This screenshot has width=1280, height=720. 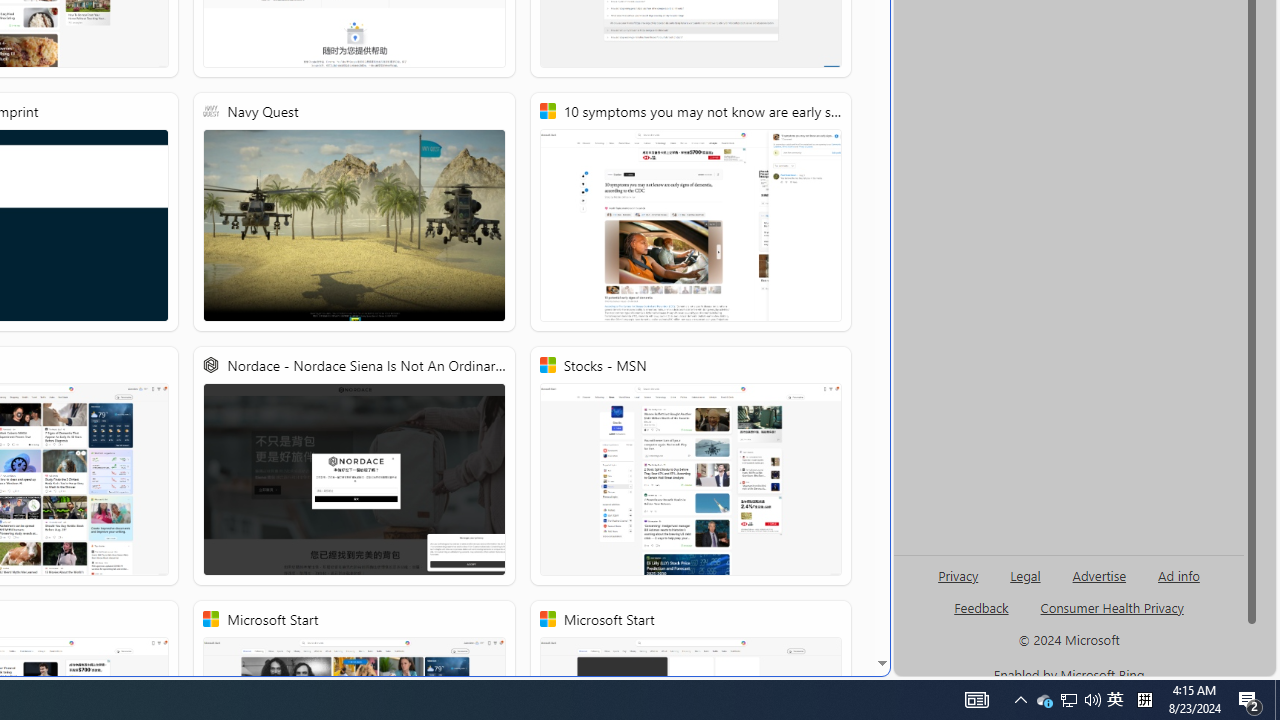 What do you see at coordinates (981, 606) in the screenshot?
I see `'AutomationID: sb_feedback'` at bounding box center [981, 606].